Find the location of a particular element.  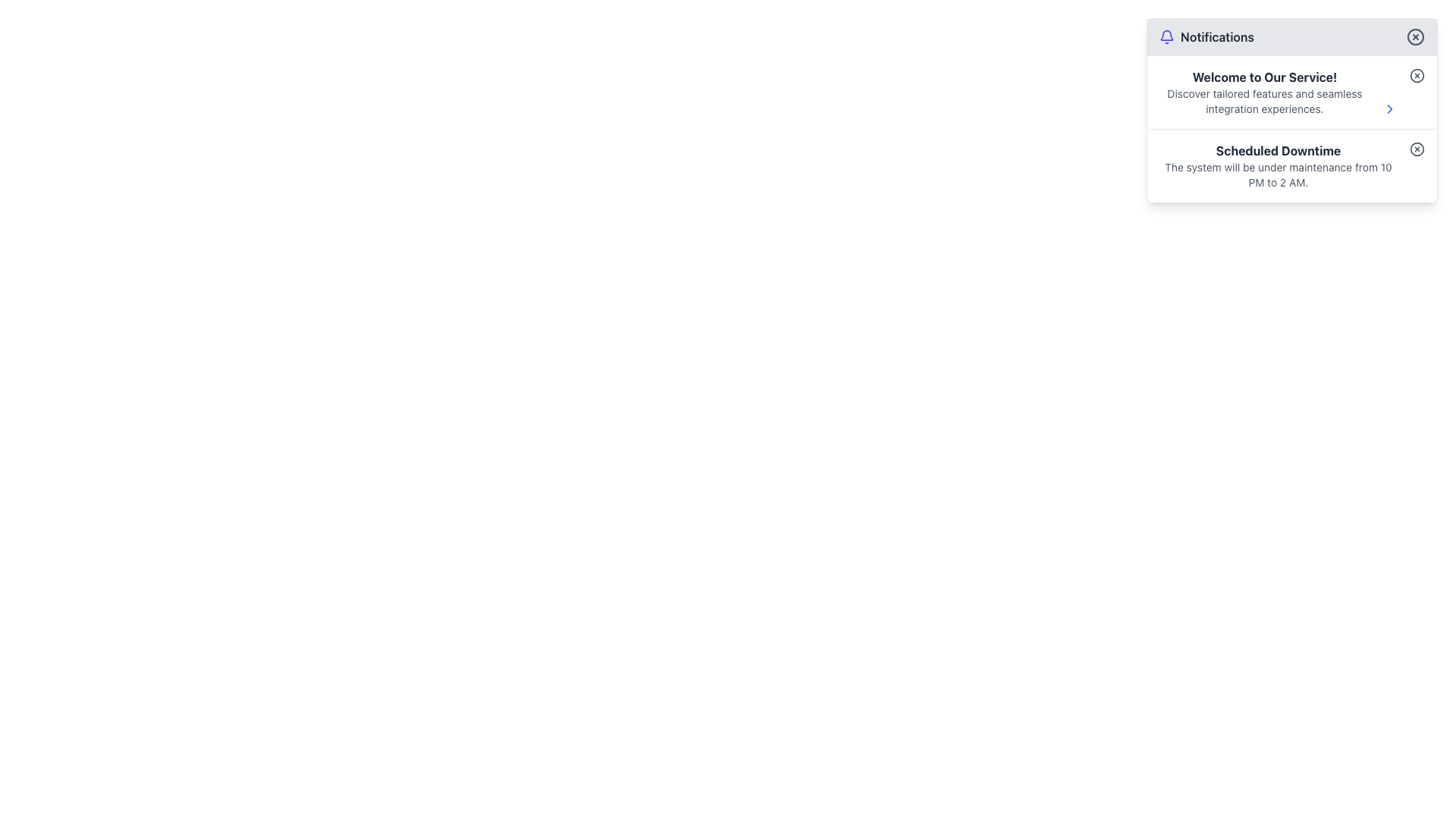

the icon within the notifications tray that indicates more details or actions related to the associated notification, located to the right of the notification message is located at coordinates (1390, 108).